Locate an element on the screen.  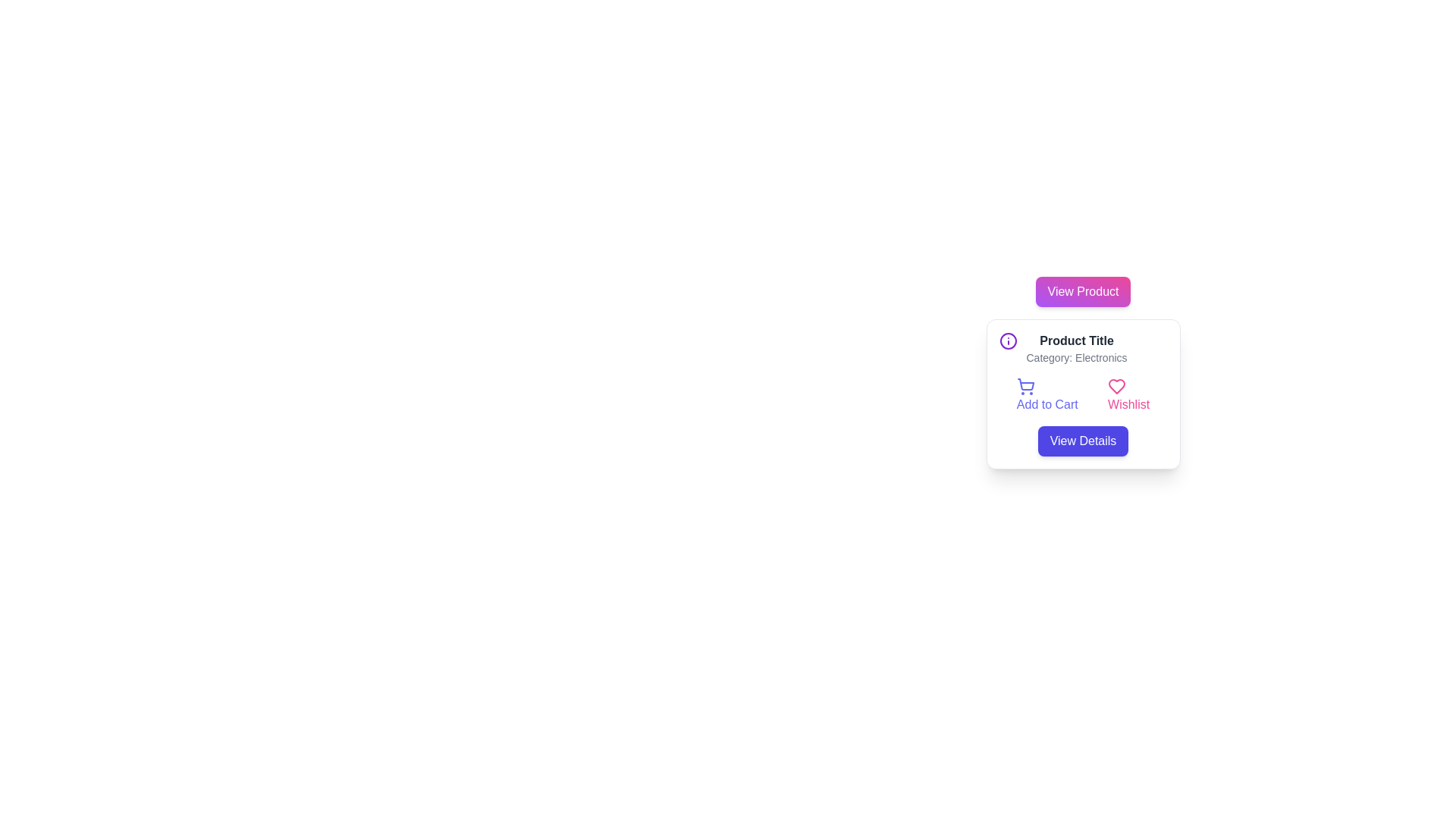
product title displayed in bold, dark font within the card interface, located below the purple circular icon is located at coordinates (1076, 348).